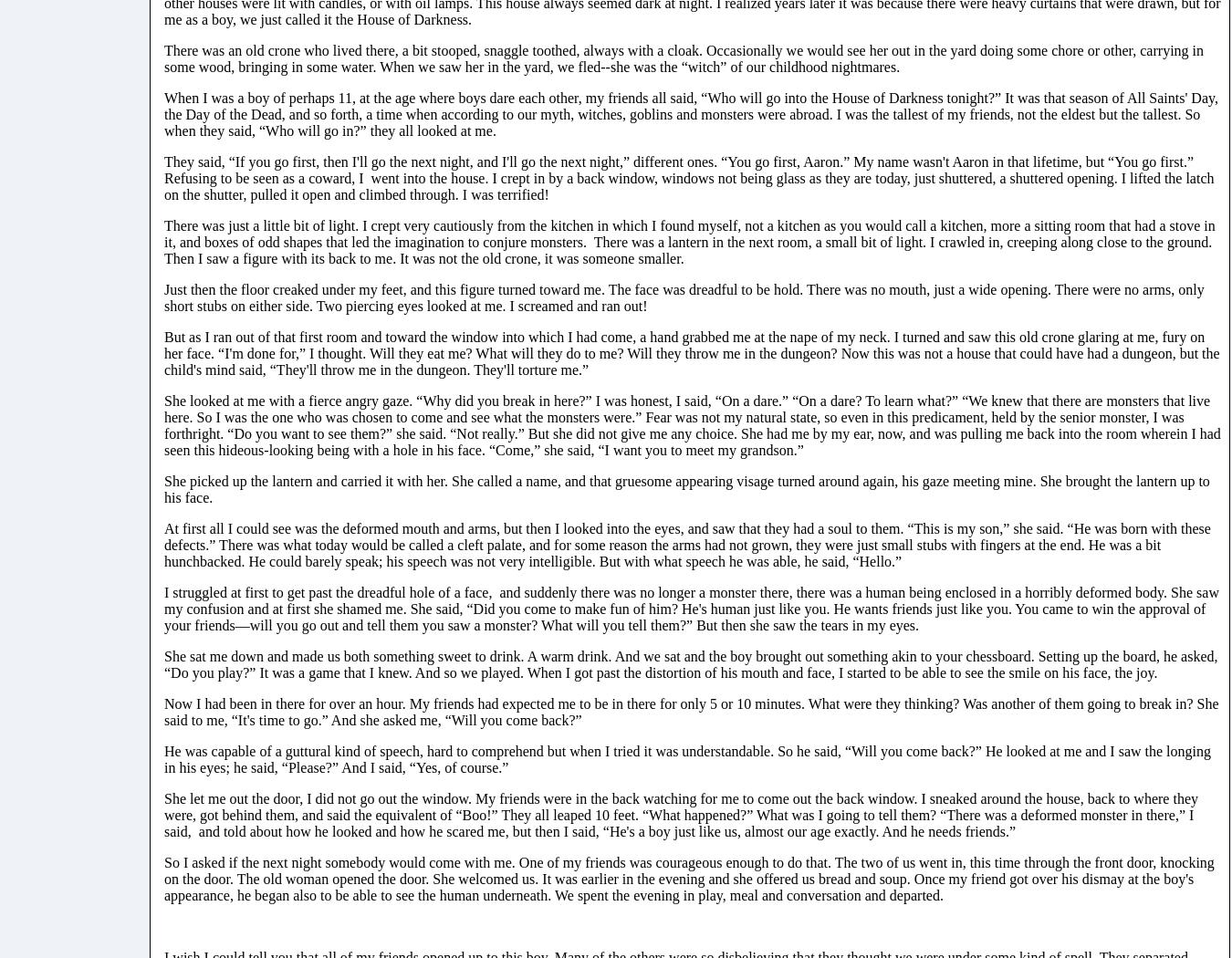 The height and width of the screenshot is (958, 1232). Describe the element at coordinates (689, 662) in the screenshot. I see `'She sat me down and made us both something sweet to drink. A warm drink. And we sat and the boy brought out something akin to your chessboard. Setting up the board, he asked, “Do you play?” It was a game that I knew. And so we played. When I got past the distortion of his mouth and face, I started to be able to see the smile on his face, the joy.'` at that location.